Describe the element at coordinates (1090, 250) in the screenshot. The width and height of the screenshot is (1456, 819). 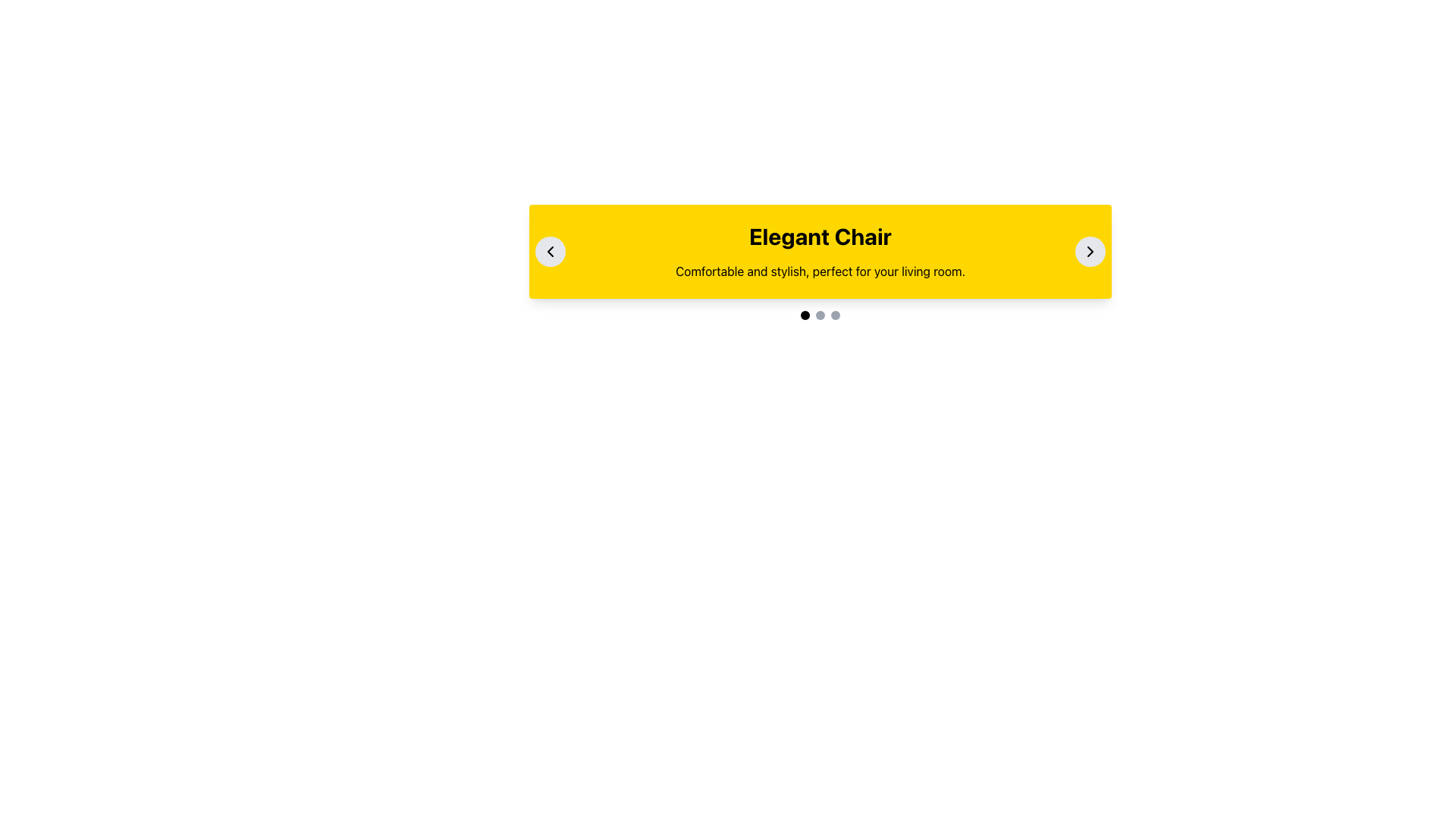
I see `the black chevron icon within the circular button located on the far-right side of the yellow card` at that location.